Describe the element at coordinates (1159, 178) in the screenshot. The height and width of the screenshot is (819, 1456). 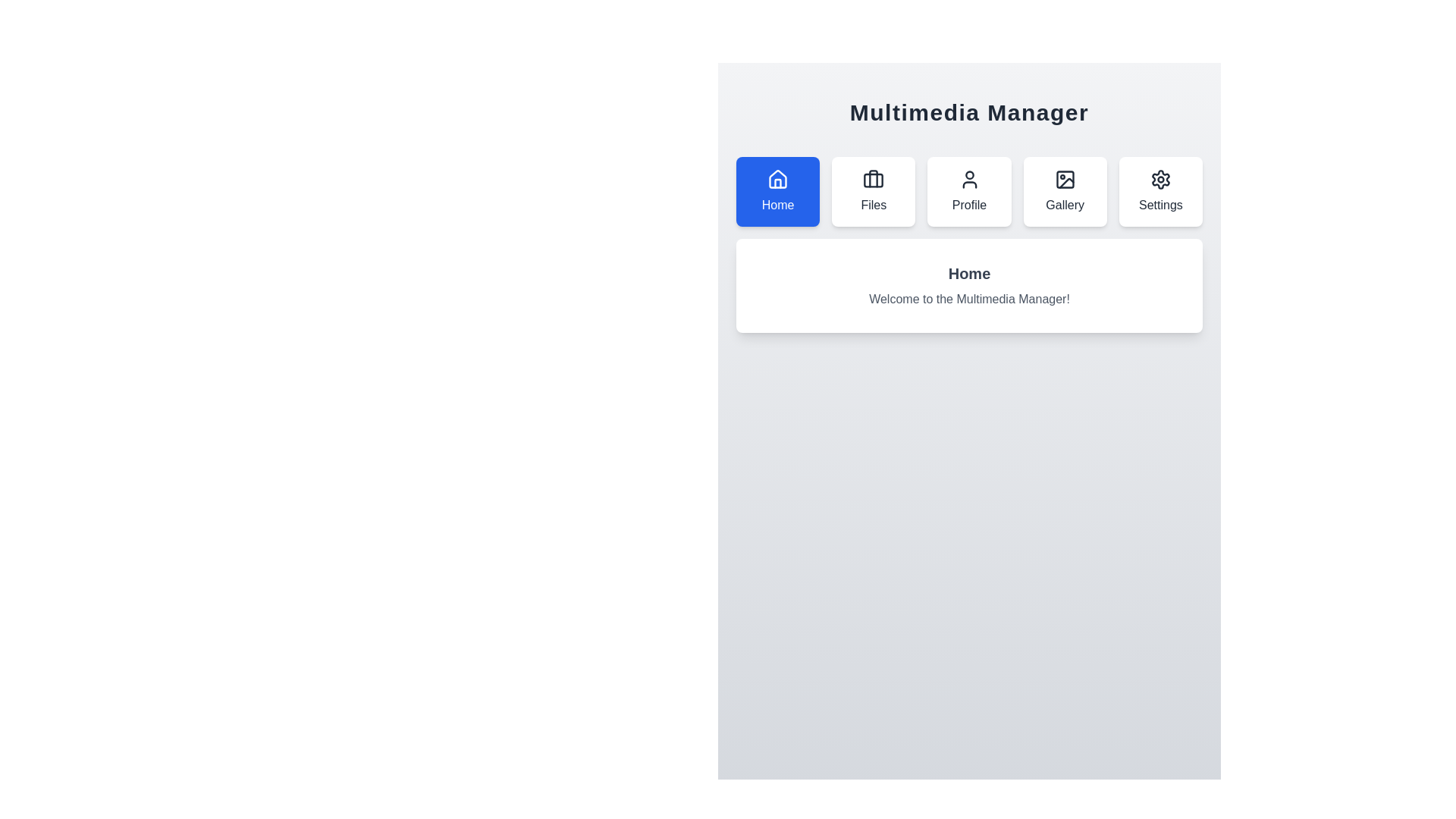
I see `the settings icon button` at that location.